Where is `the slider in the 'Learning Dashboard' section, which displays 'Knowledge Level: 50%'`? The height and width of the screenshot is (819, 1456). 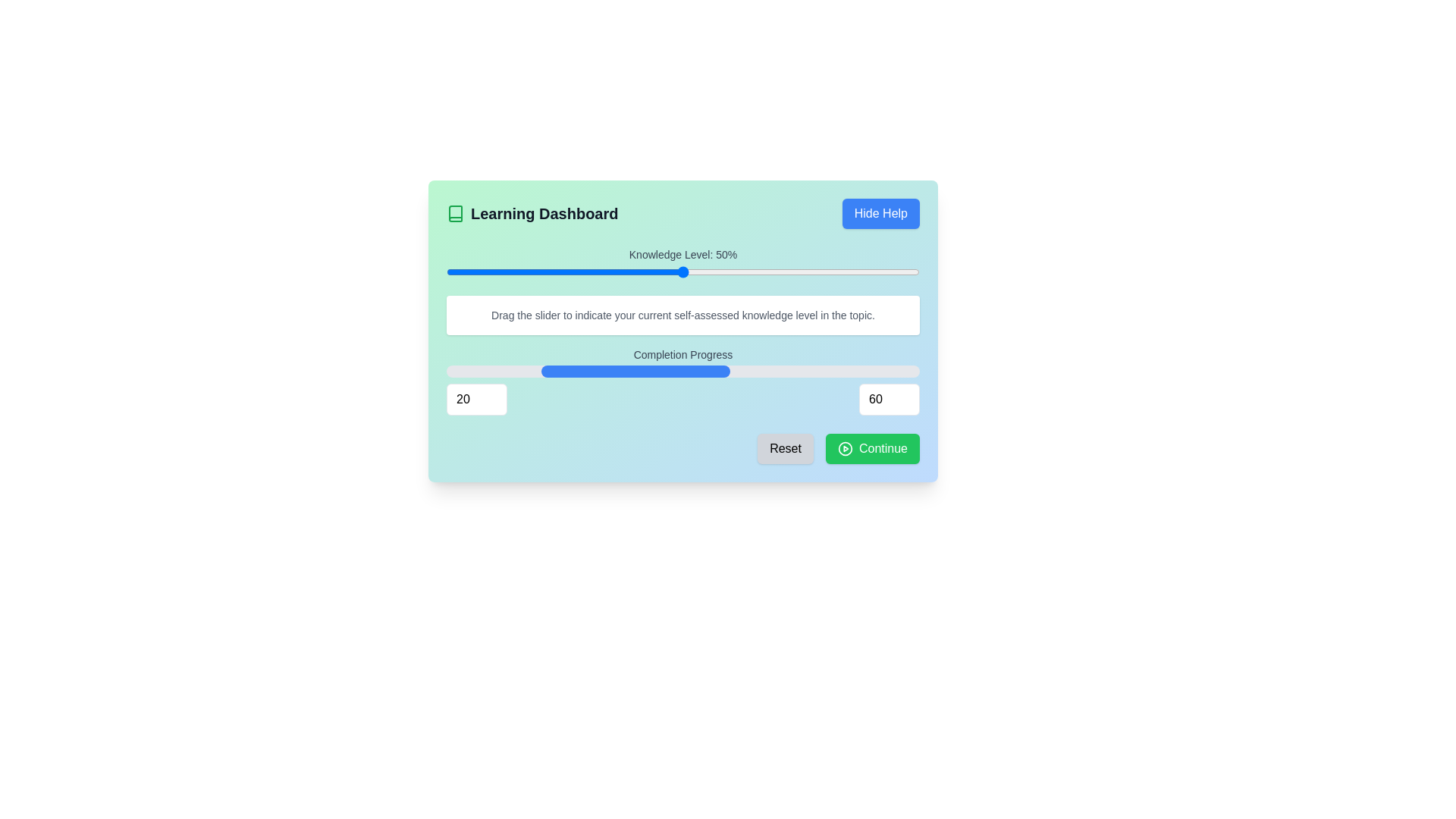 the slider in the 'Learning Dashboard' section, which displays 'Knowledge Level: 50%' is located at coordinates (682, 330).